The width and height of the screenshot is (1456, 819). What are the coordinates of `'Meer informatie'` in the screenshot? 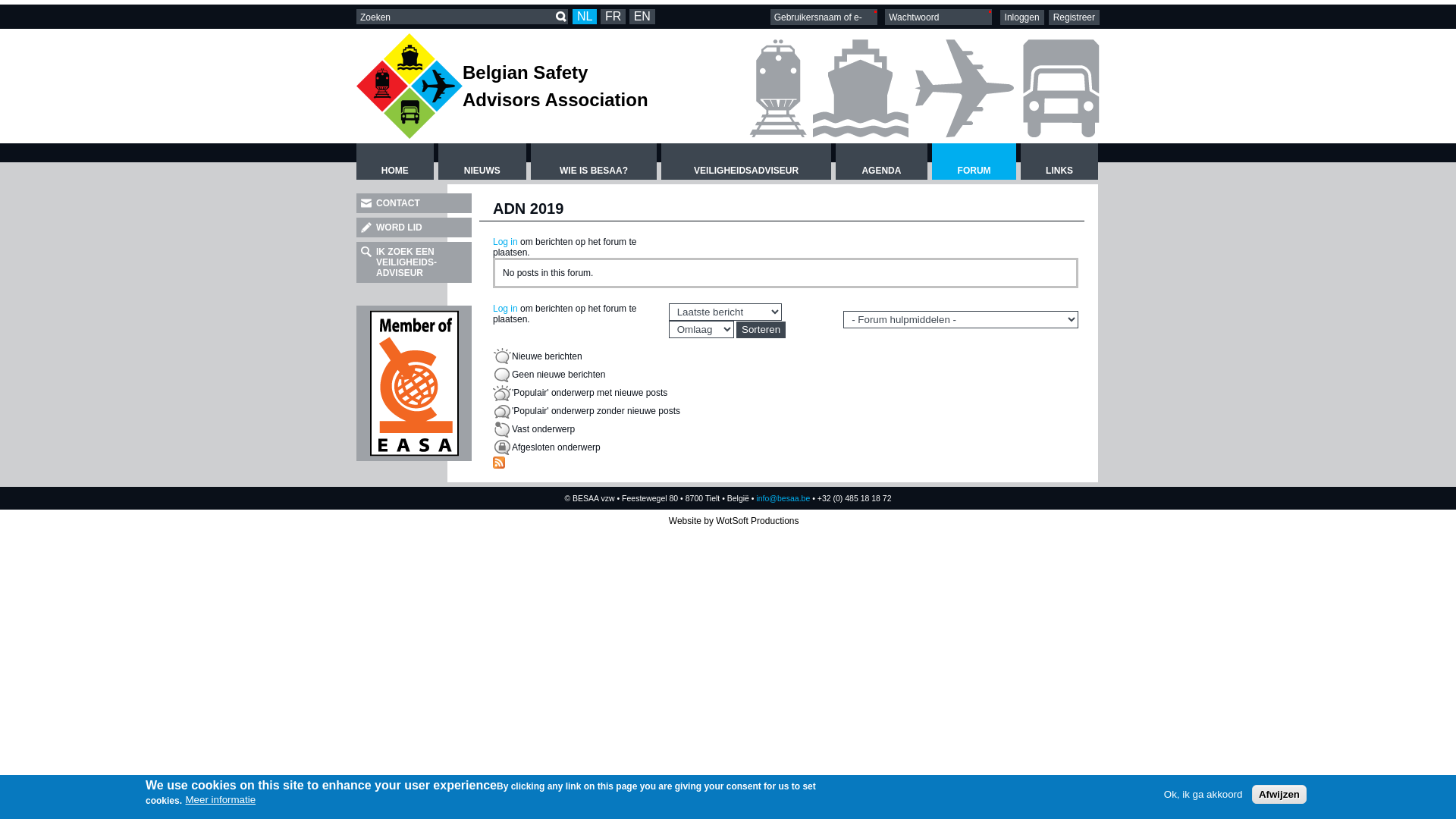 It's located at (219, 799).